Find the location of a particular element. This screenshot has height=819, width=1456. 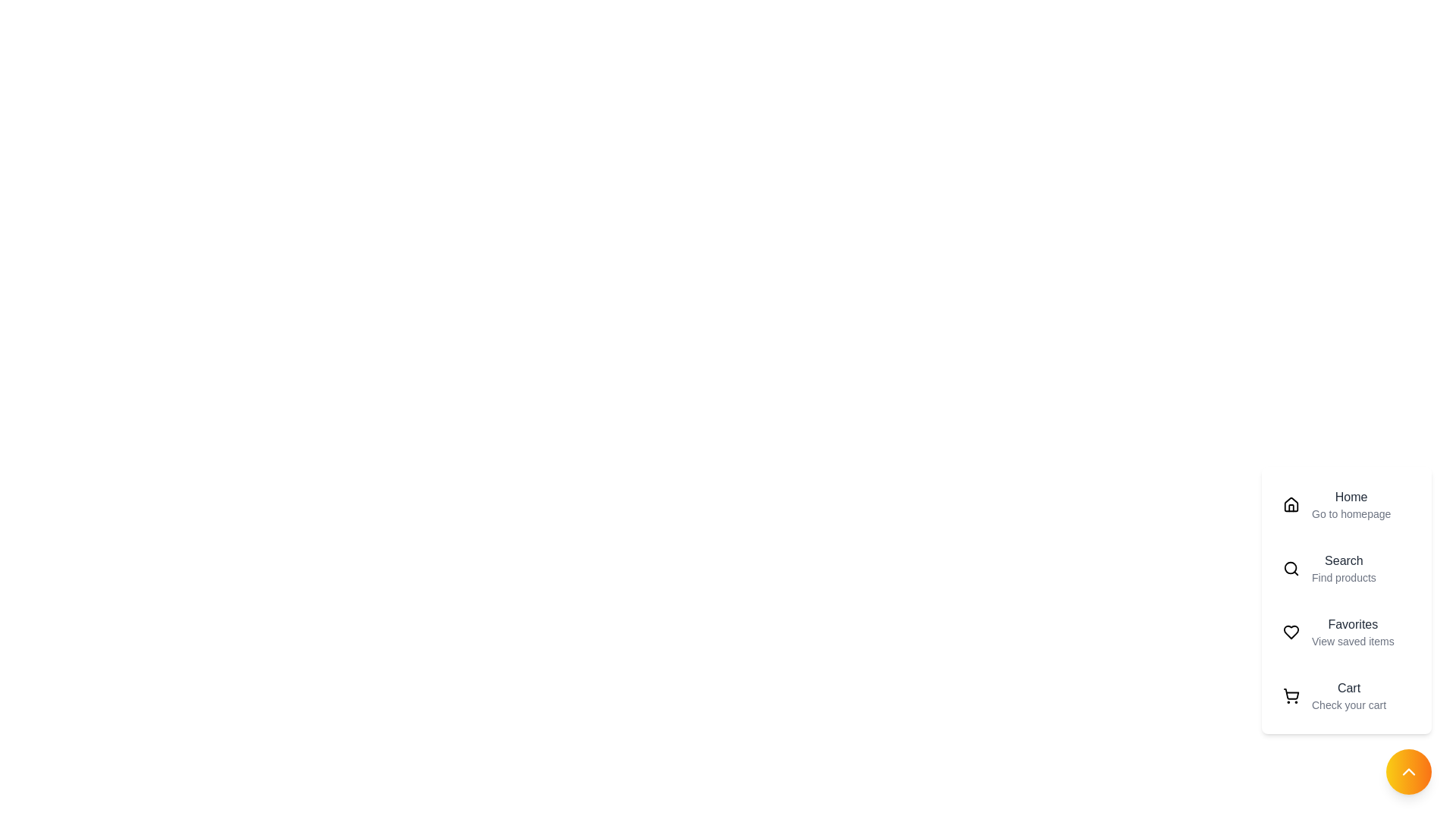

the toggle button to change the menu visibility is located at coordinates (1407, 772).